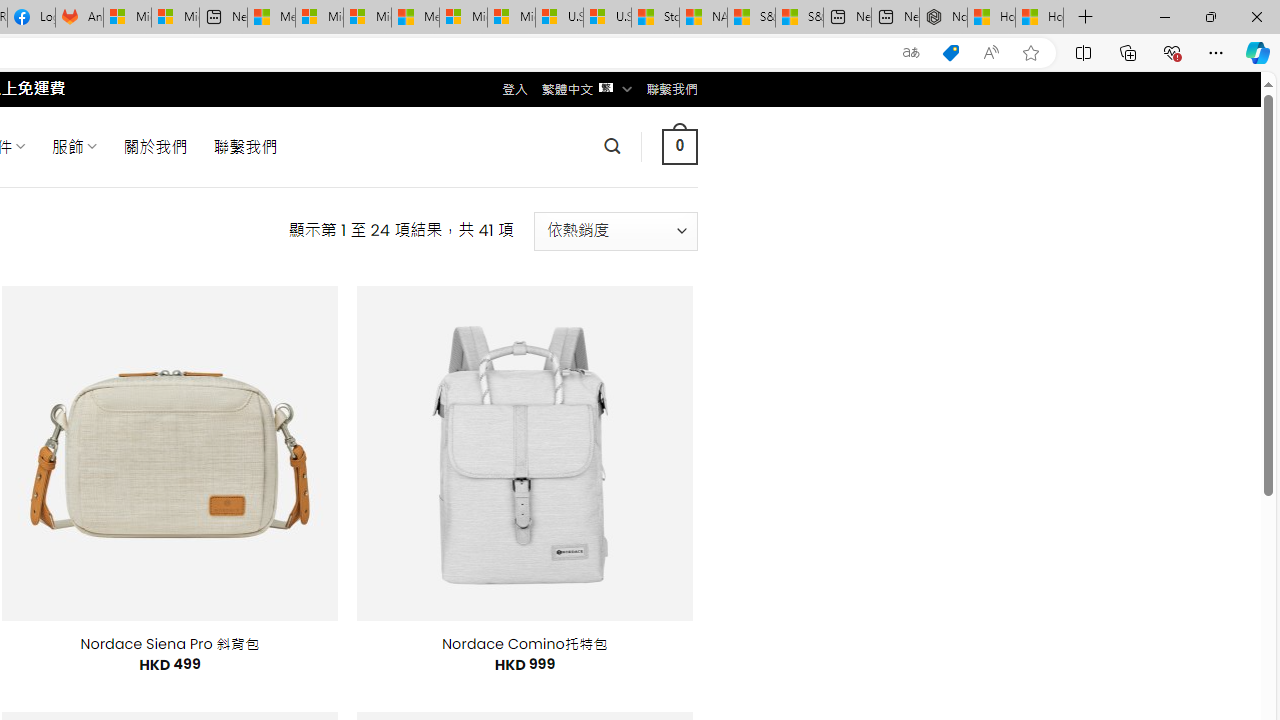  What do you see at coordinates (798, 17) in the screenshot?
I see `'S&P 500, Nasdaq end lower, weighed by Nvidia dip | Watch'` at bounding box center [798, 17].